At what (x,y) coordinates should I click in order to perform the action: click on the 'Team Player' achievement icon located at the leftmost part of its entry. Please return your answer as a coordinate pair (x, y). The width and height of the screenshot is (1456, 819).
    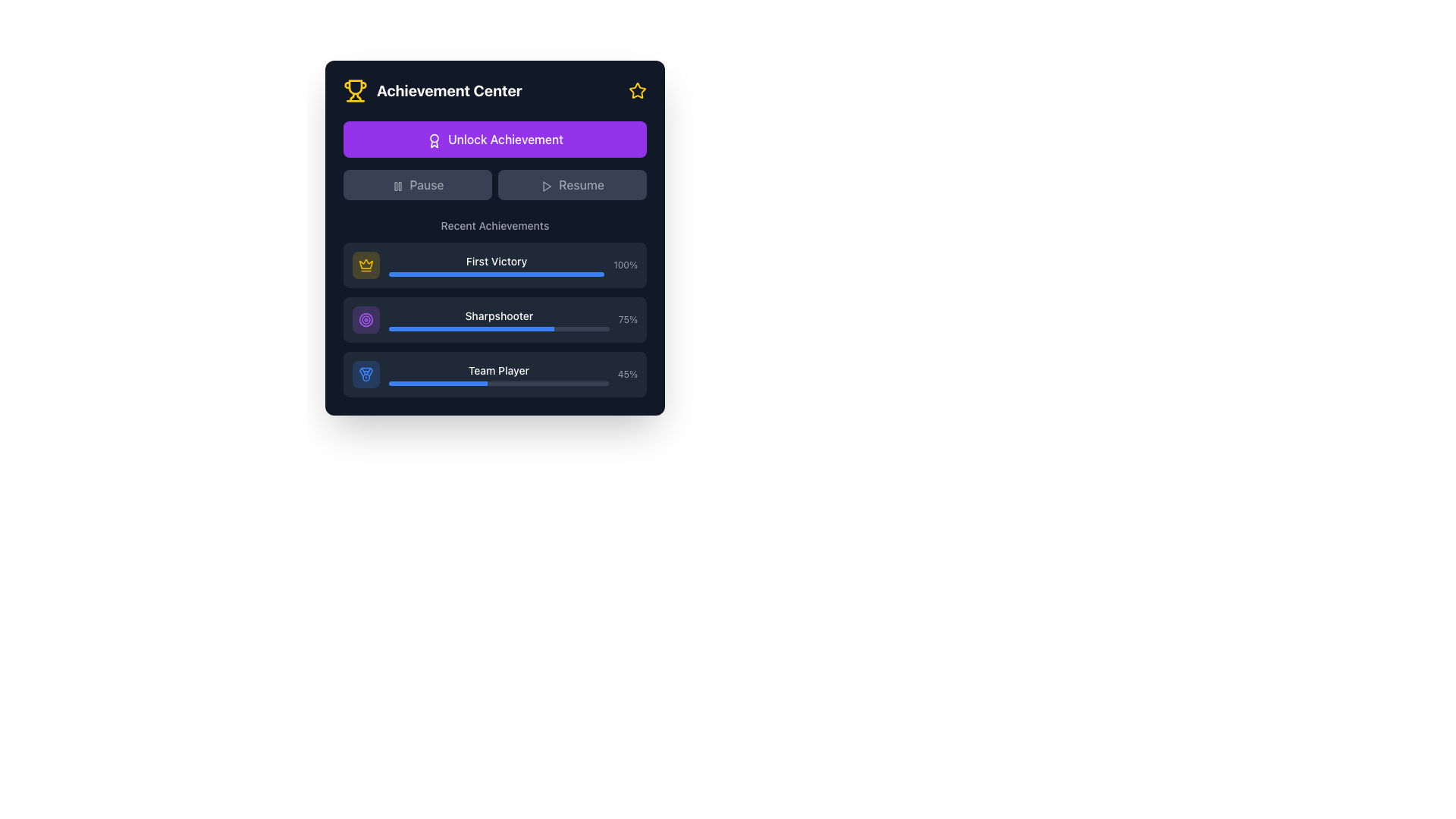
    Looking at the image, I should click on (366, 374).